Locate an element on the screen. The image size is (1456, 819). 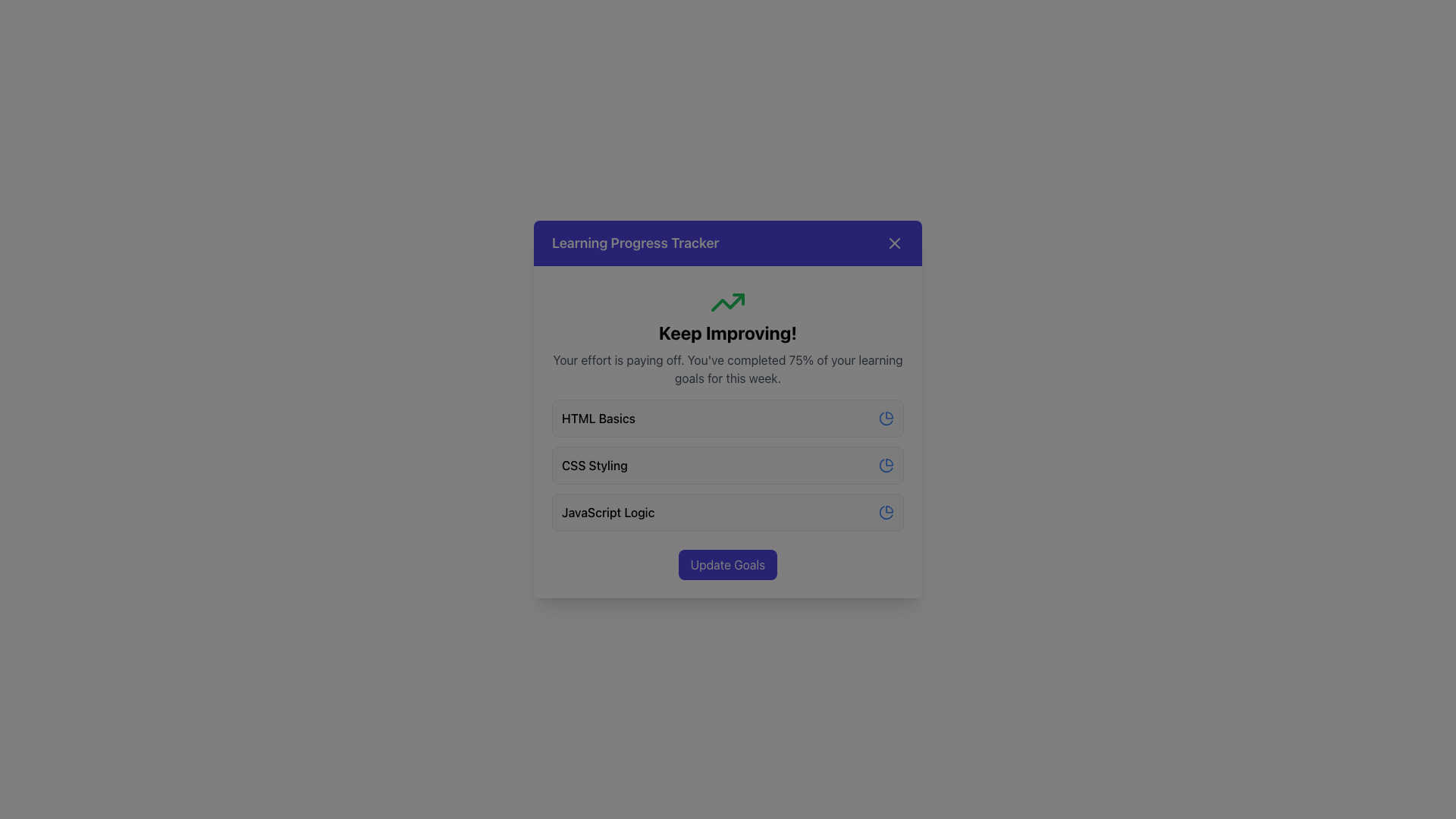
the progress icon located at the center of the modal dialog box, which is positioned above the title text 'Keep Improving!' and below the title bar labeled 'Learning Progress Tracker' is located at coordinates (728, 302).